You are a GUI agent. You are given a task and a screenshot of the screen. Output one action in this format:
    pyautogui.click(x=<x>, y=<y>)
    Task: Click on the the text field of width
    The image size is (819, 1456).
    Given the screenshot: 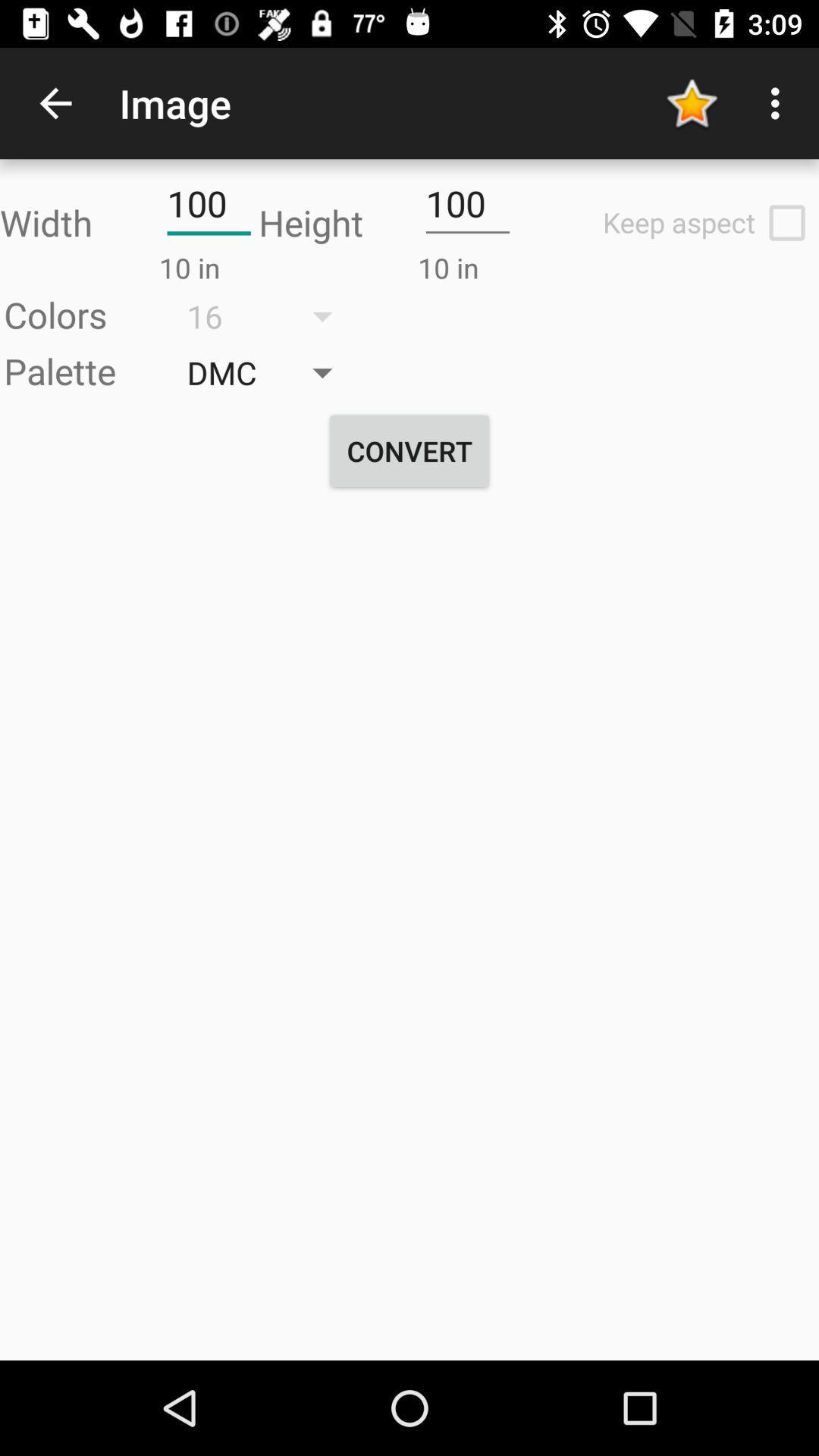 What is the action you would take?
    pyautogui.click(x=209, y=203)
    